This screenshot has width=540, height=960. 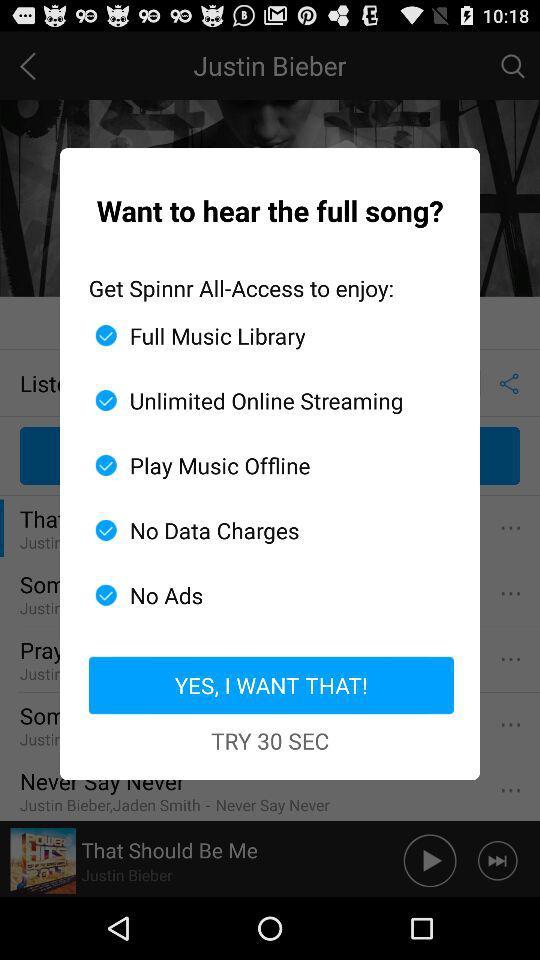 What do you see at coordinates (262, 595) in the screenshot?
I see `the icon below the no data charges app` at bounding box center [262, 595].